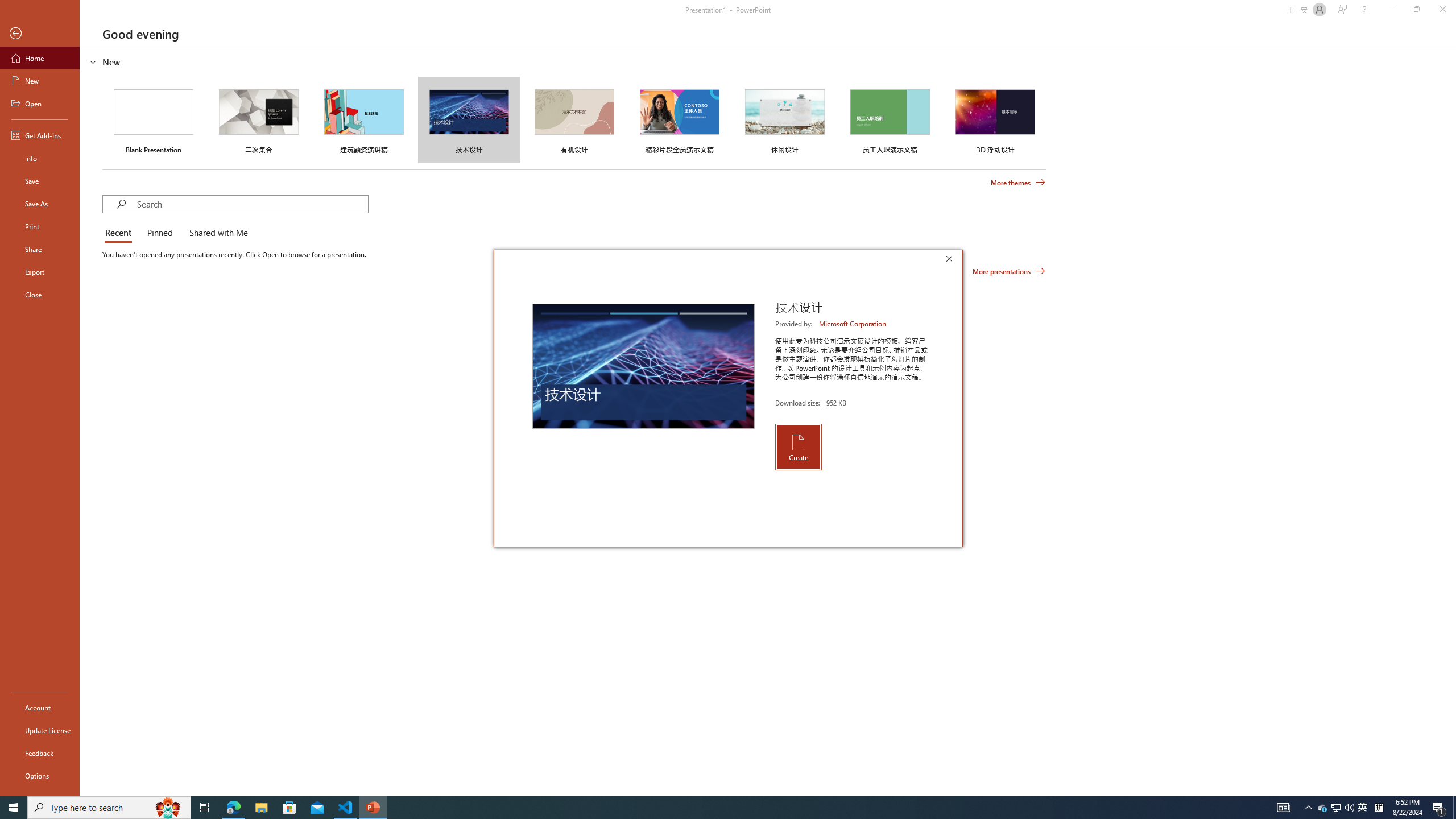  I want to click on 'More presentations', so click(1008, 270).